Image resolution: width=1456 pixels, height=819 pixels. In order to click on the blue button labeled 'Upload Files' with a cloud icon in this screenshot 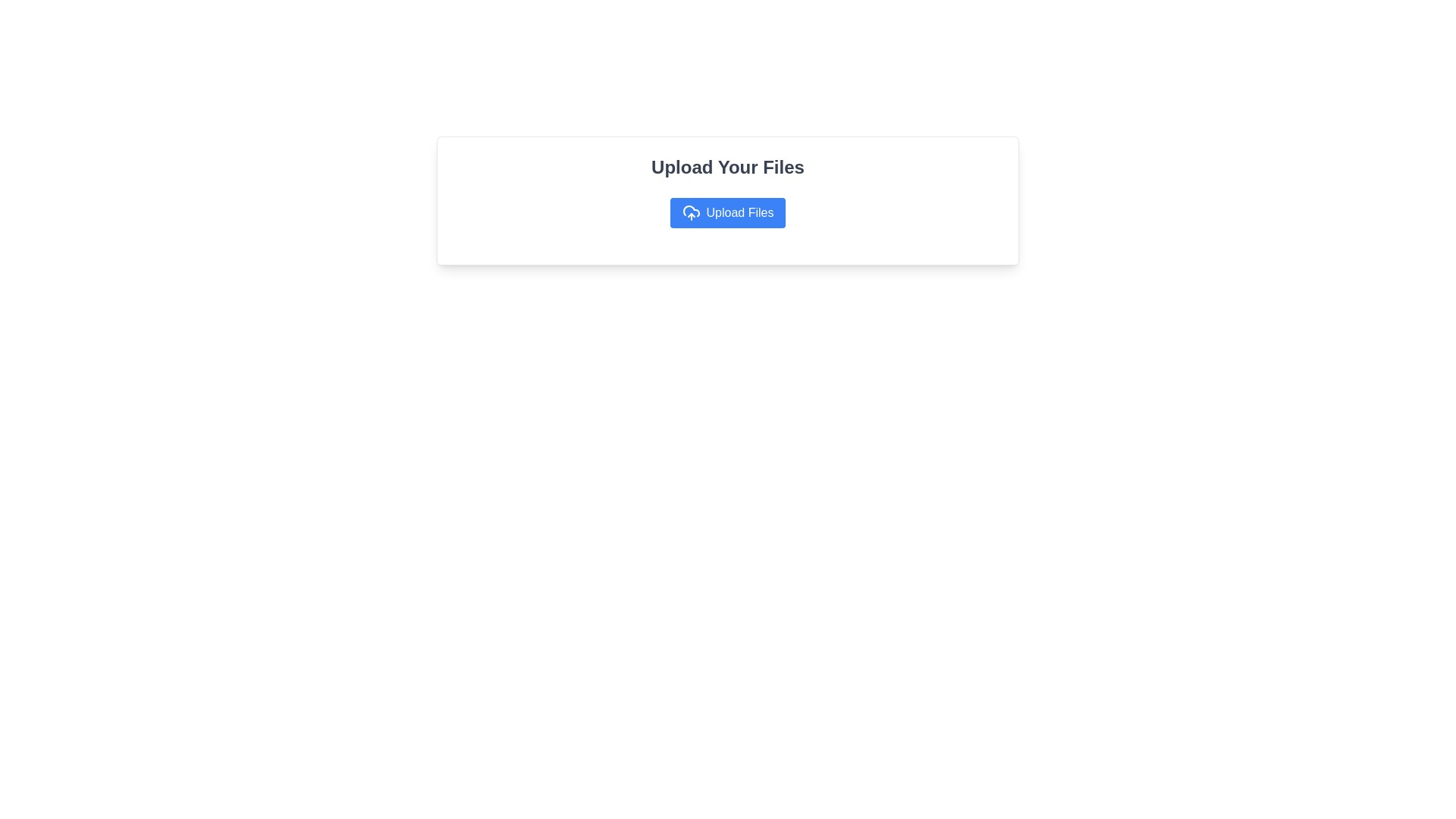, I will do `click(728, 213)`.